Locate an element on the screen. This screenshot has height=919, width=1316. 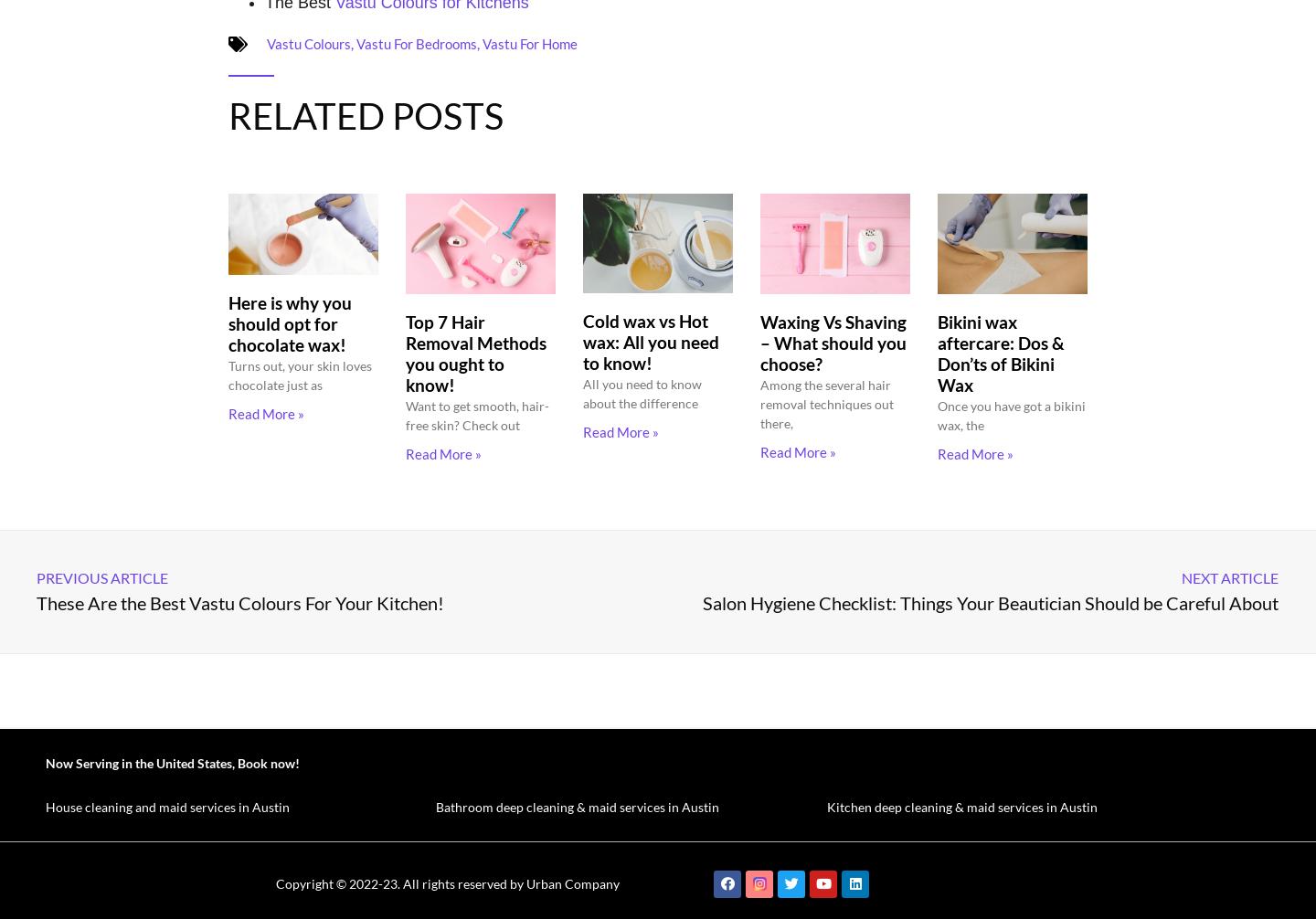
'Now Serving in the United States, Book now!' is located at coordinates (173, 761).